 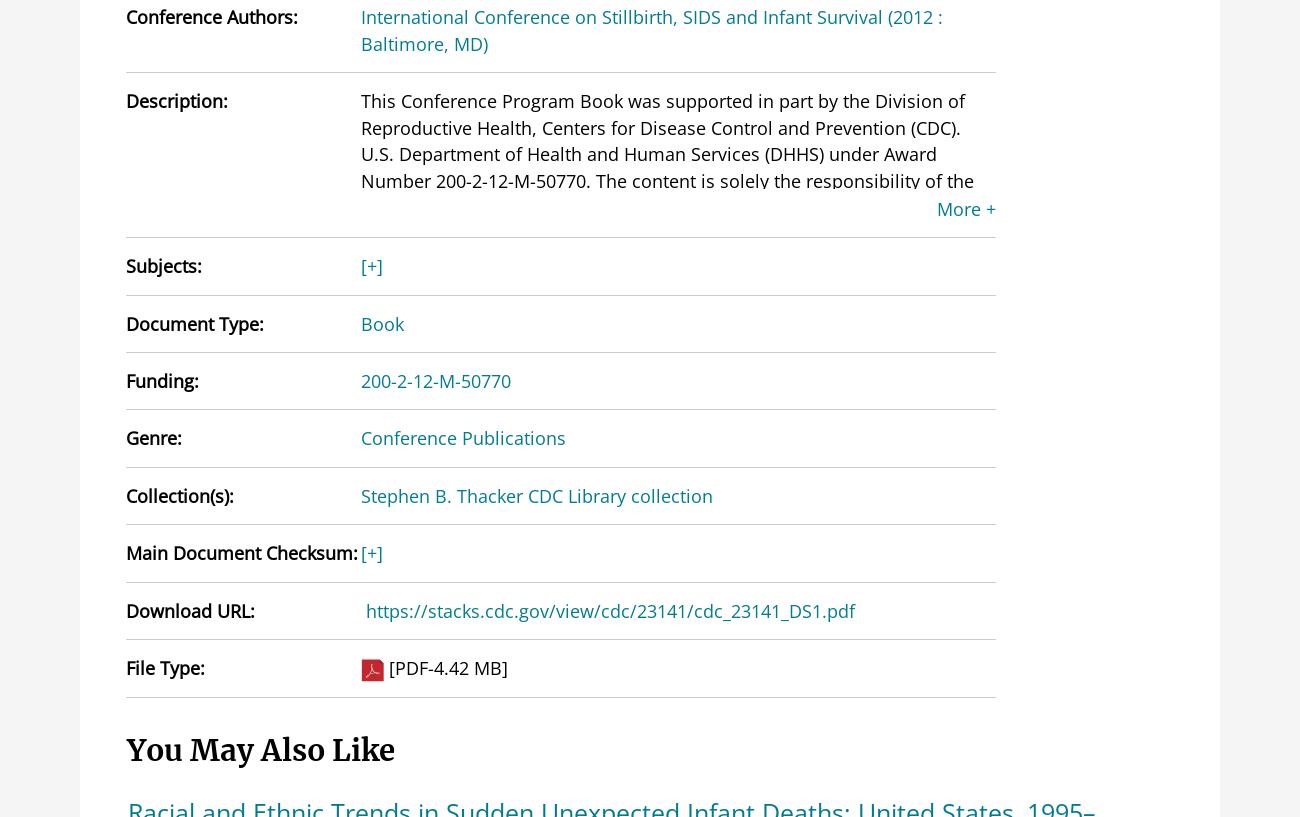 I want to click on 'Collection(s):', so click(x=180, y=494).